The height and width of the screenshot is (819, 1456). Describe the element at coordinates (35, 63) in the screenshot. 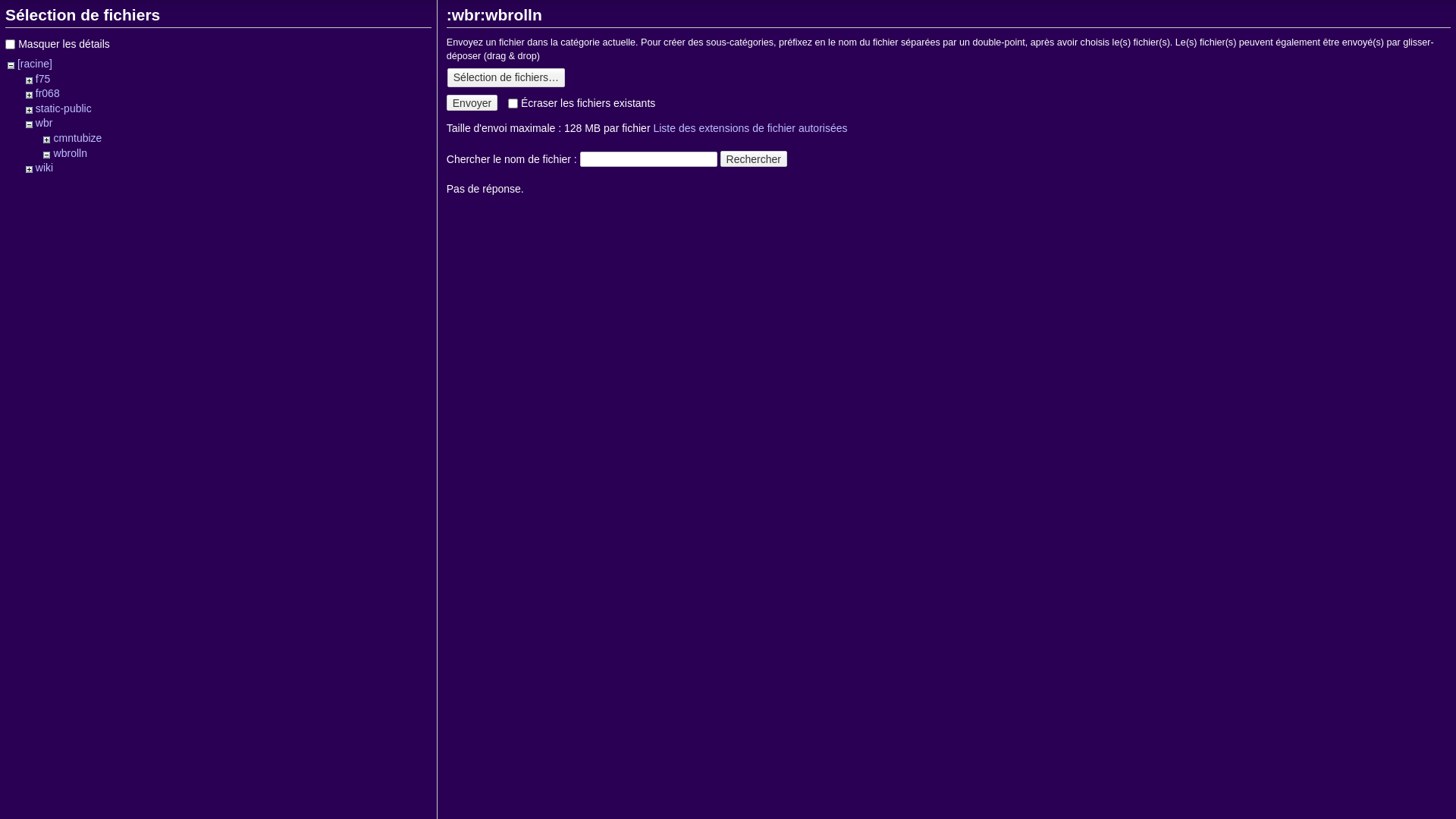

I see `'[racine]'` at that location.